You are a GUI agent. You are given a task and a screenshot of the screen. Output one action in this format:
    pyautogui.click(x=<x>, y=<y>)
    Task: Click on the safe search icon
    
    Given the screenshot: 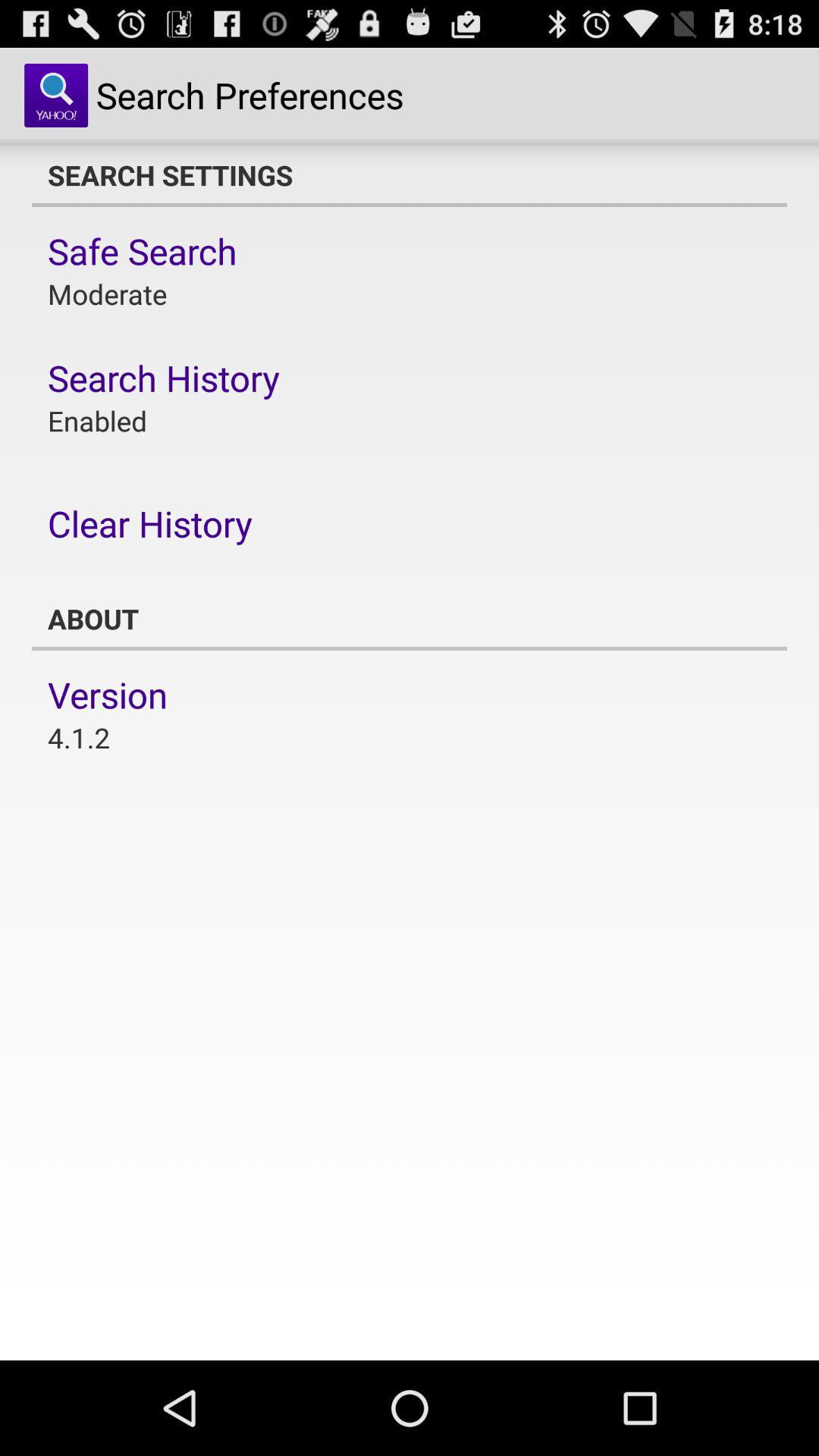 What is the action you would take?
    pyautogui.click(x=142, y=251)
    